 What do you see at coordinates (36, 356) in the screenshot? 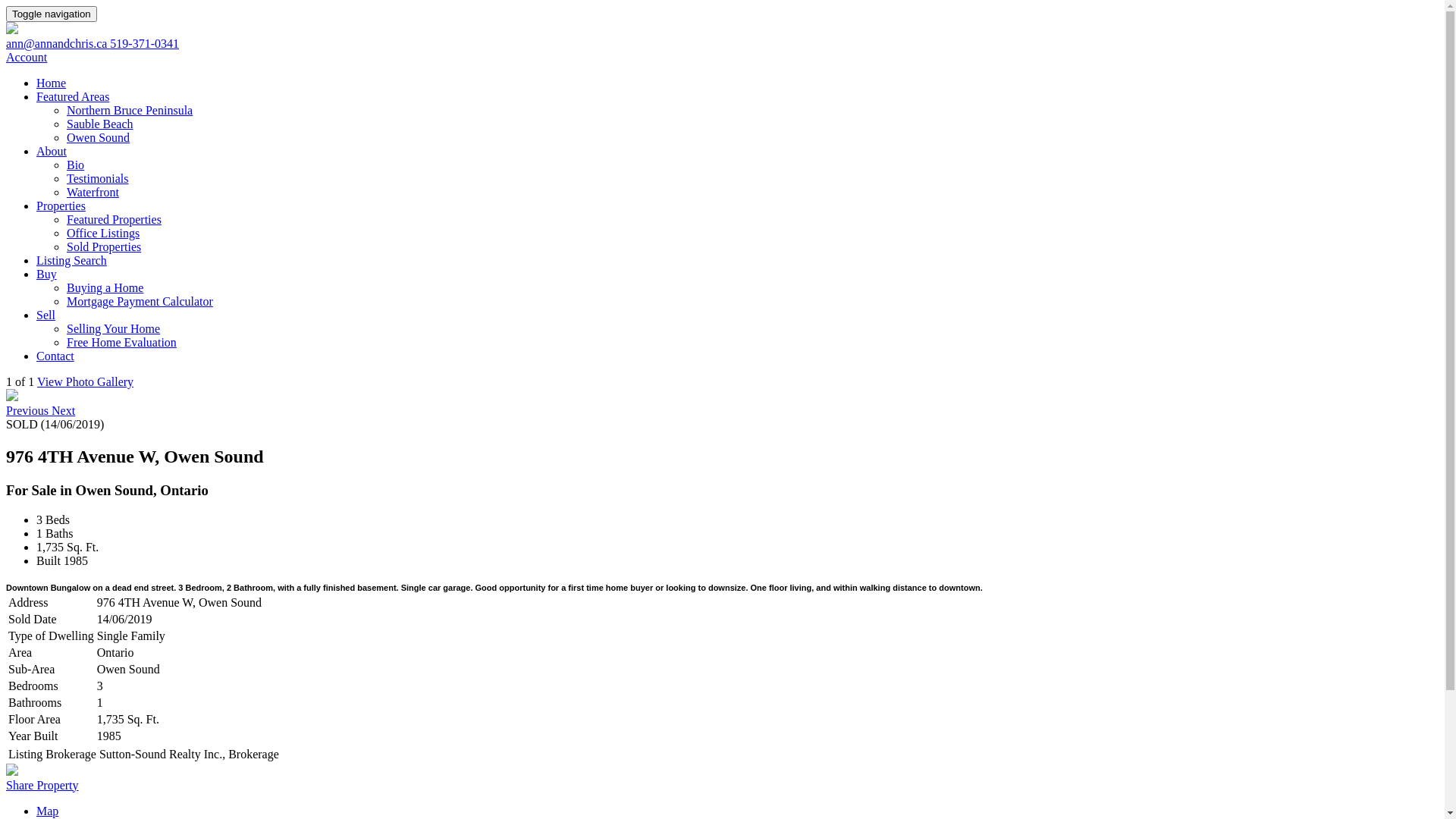
I see `'Contact'` at bounding box center [36, 356].